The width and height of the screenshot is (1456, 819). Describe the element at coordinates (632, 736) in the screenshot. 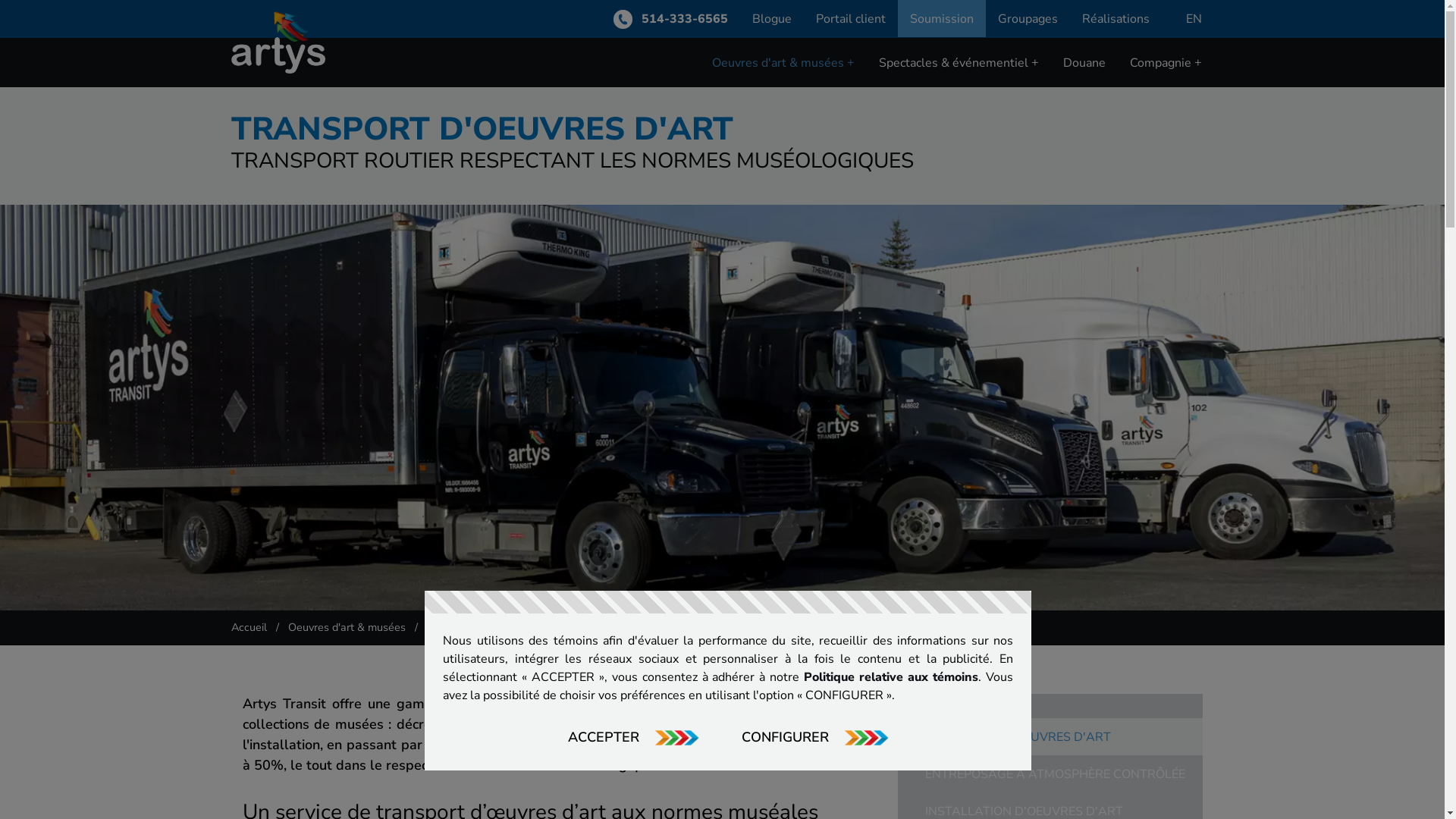

I see `'ACCEPTER'` at that location.